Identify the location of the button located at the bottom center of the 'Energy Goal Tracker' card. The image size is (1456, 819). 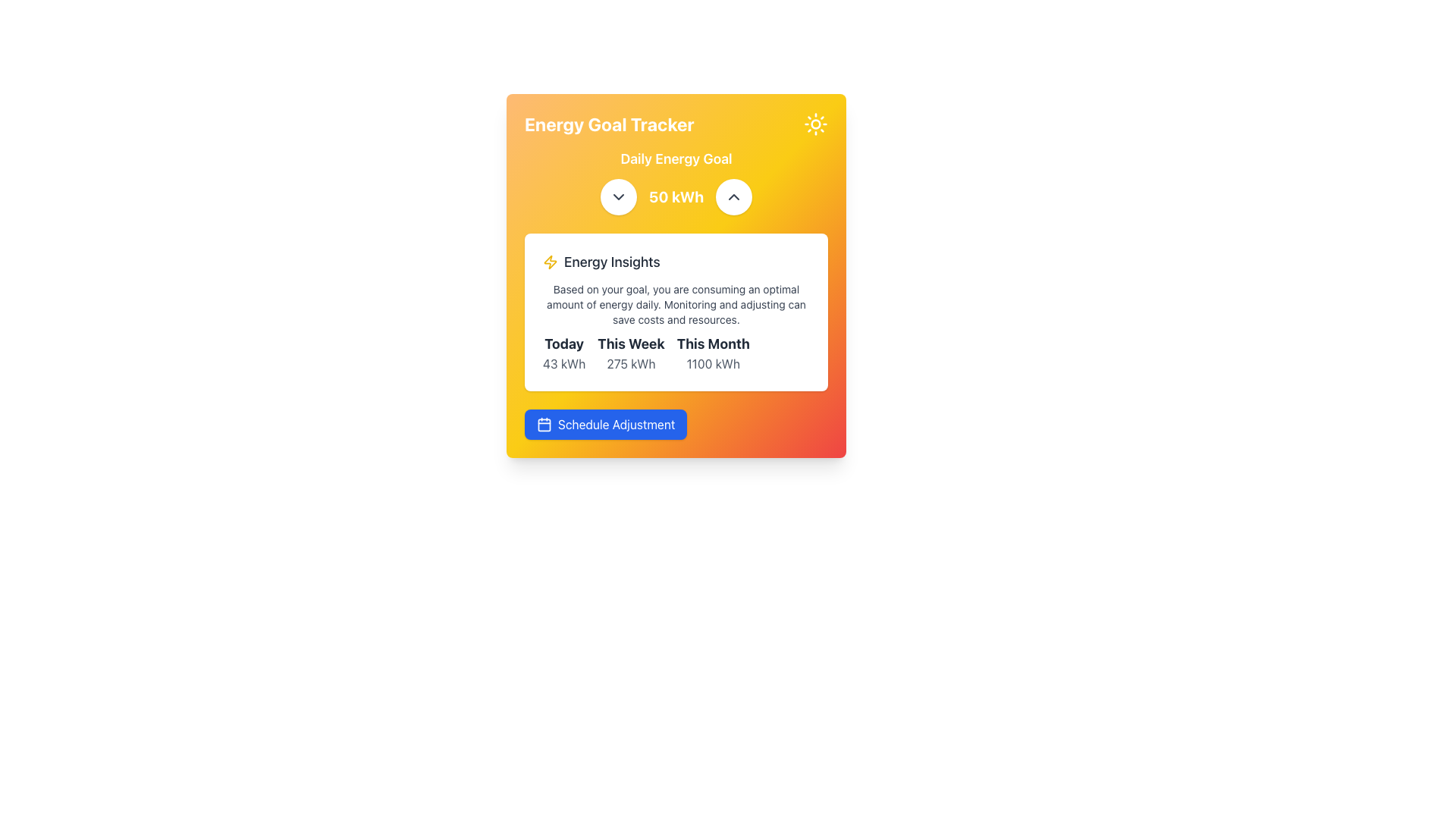
(605, 424).